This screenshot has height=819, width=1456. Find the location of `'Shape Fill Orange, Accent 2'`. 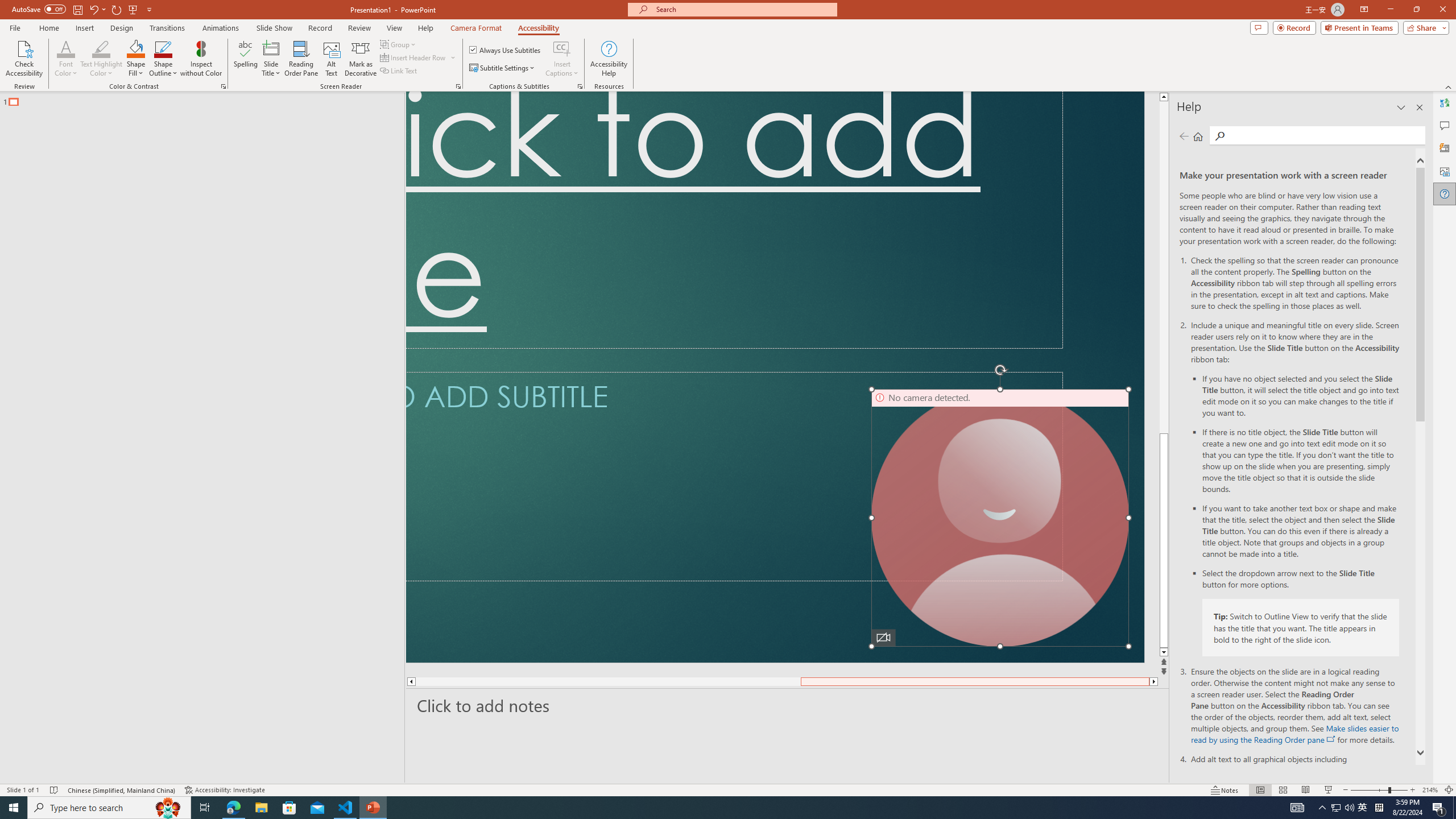

'Shape Fill Orange, Accent 2' is located at coordinates (136, 48).